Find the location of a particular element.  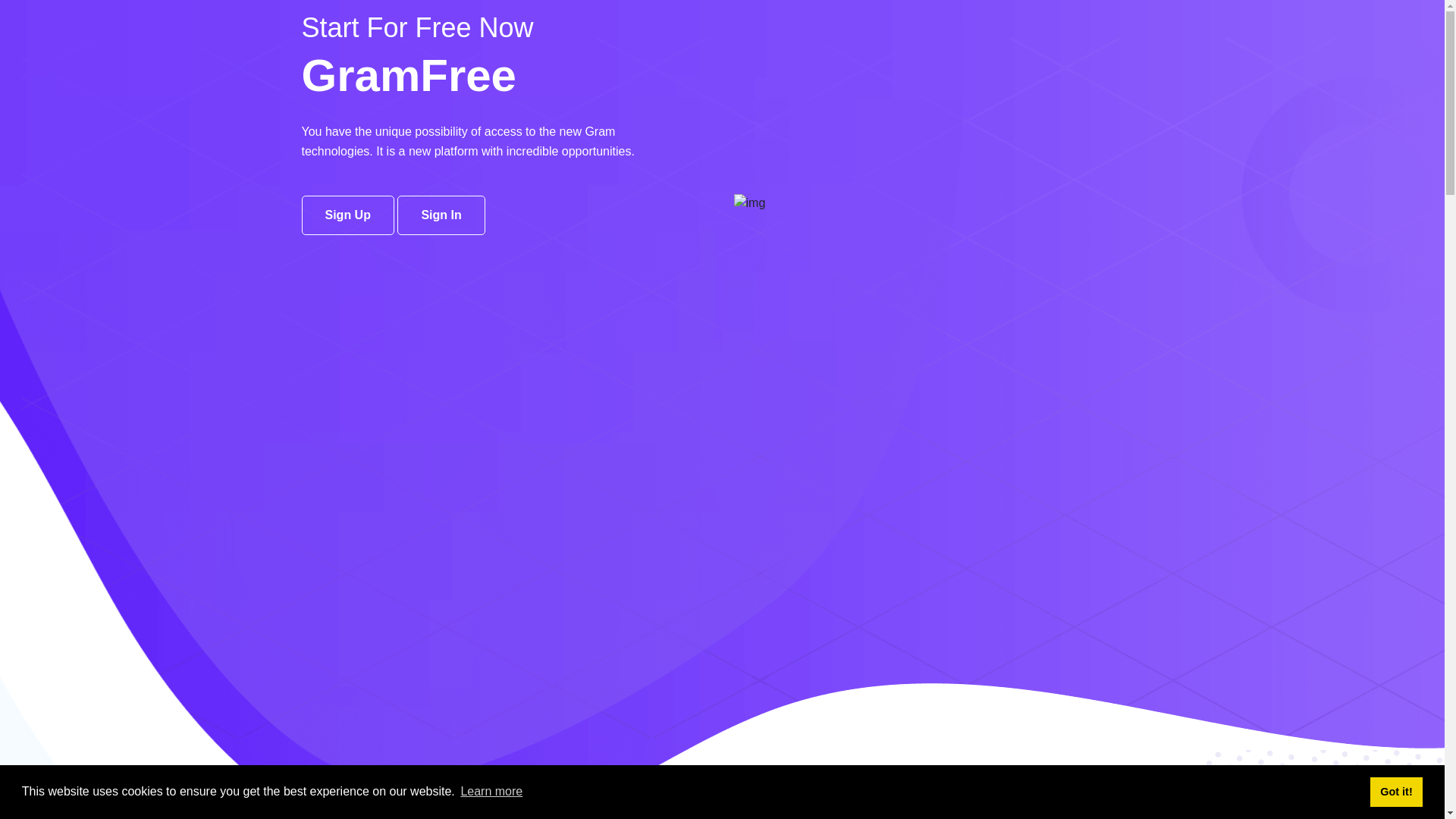

'Sign Up' is located at coordinates (347, 215).